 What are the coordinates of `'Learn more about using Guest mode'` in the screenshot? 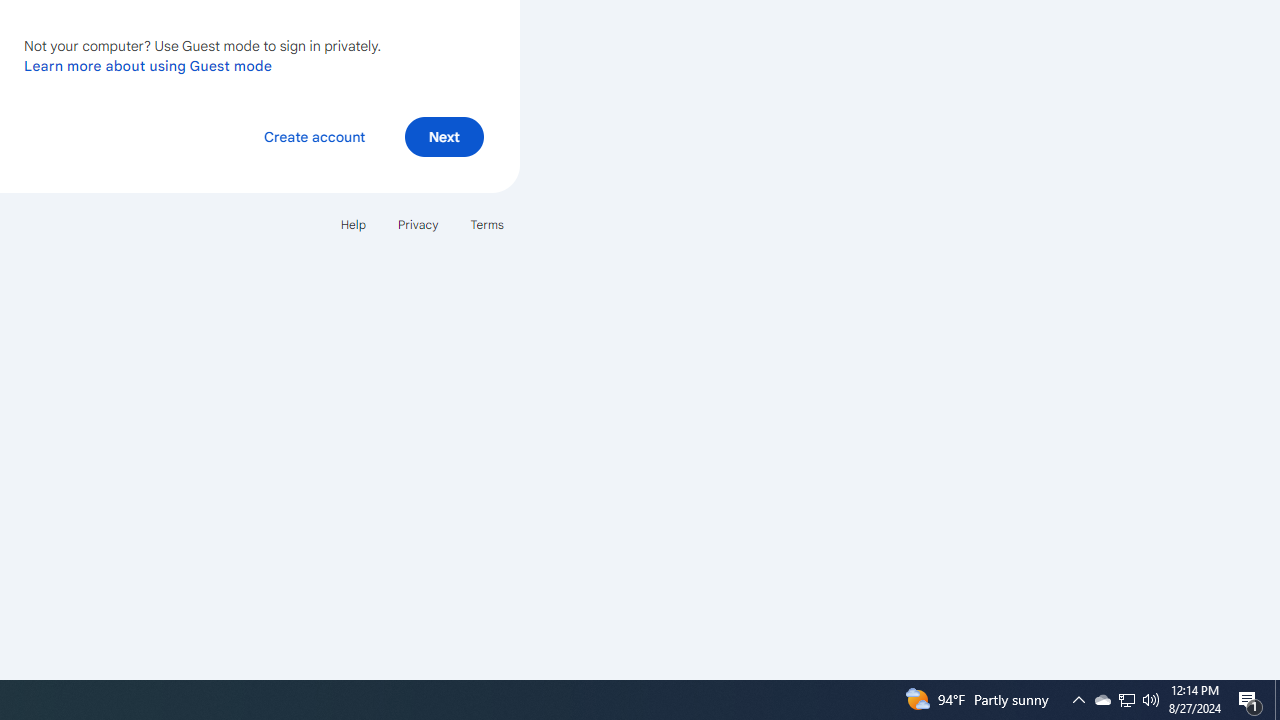 It's located at (147, 64).